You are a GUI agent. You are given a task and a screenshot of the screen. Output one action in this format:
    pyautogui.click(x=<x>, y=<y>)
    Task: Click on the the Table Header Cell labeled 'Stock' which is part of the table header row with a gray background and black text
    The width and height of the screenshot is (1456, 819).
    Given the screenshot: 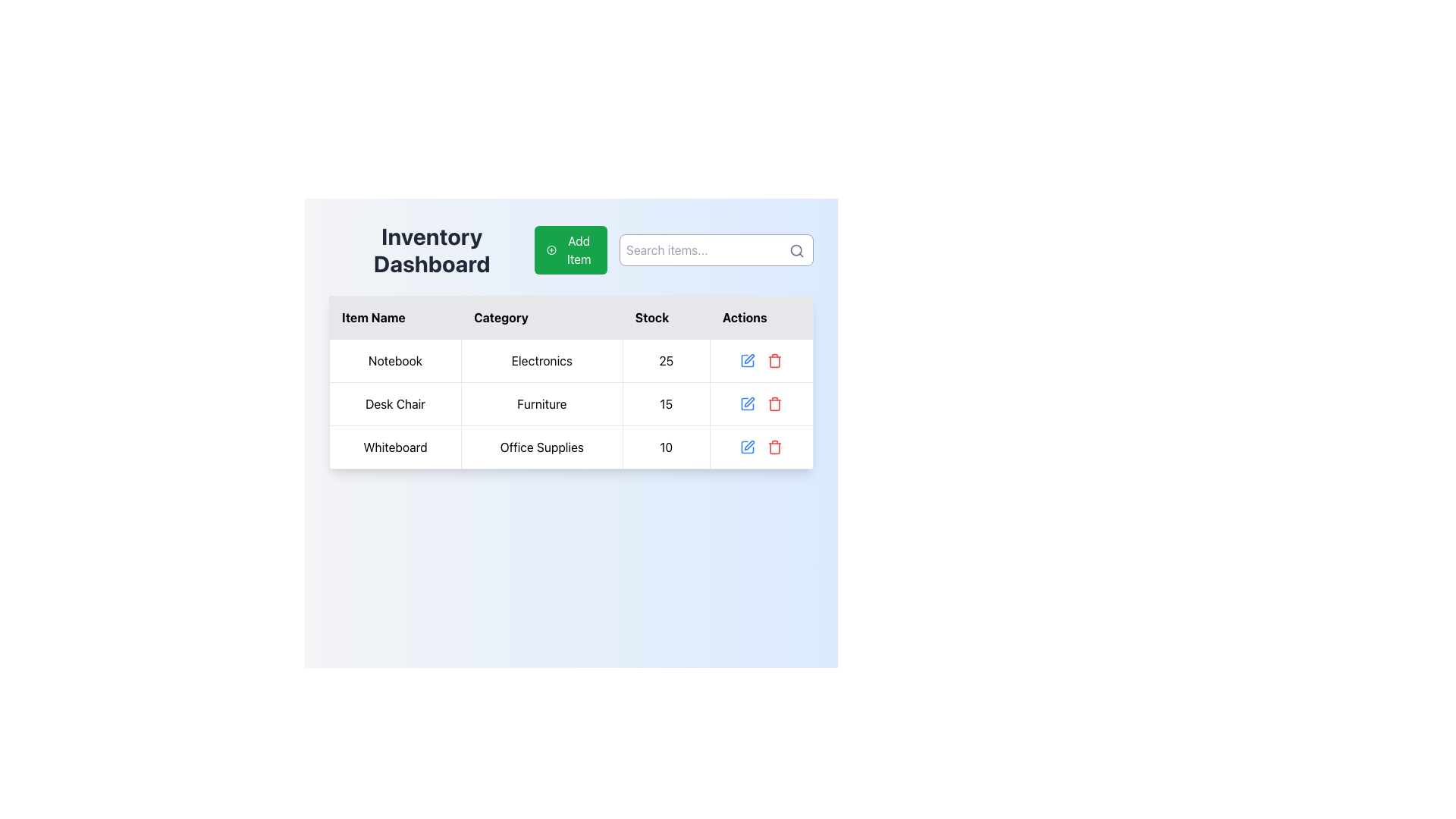 What is the action you would take?
    pyautogui.click(x=666, y=317)
    